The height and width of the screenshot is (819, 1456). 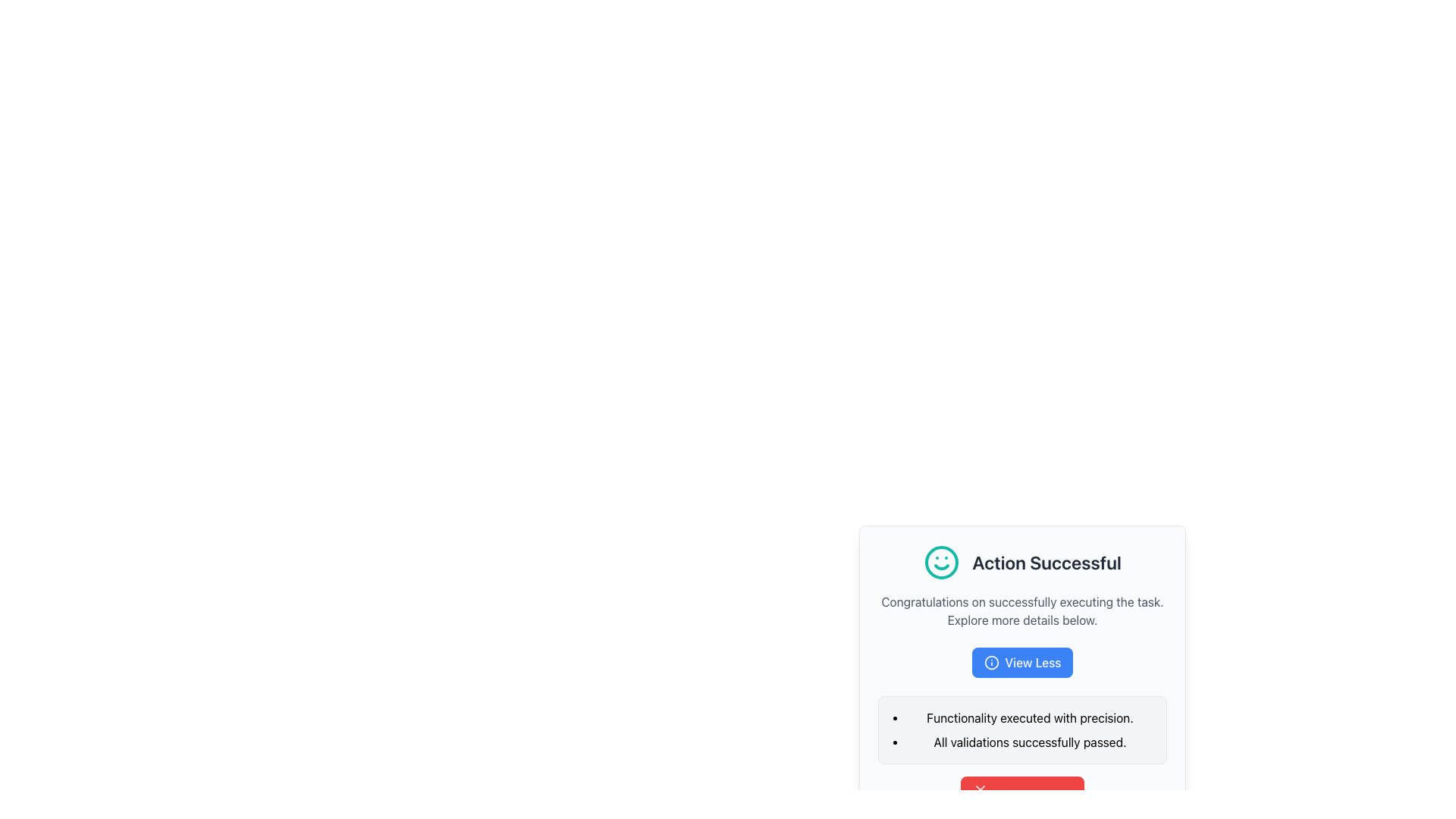 I want to click on the prominent text label displaying 'Action Successful', which is styled in a bold, large font and dark gray color, located centrally in its section alongside a large teal smiley face icon, so click(x=1046, y=562).